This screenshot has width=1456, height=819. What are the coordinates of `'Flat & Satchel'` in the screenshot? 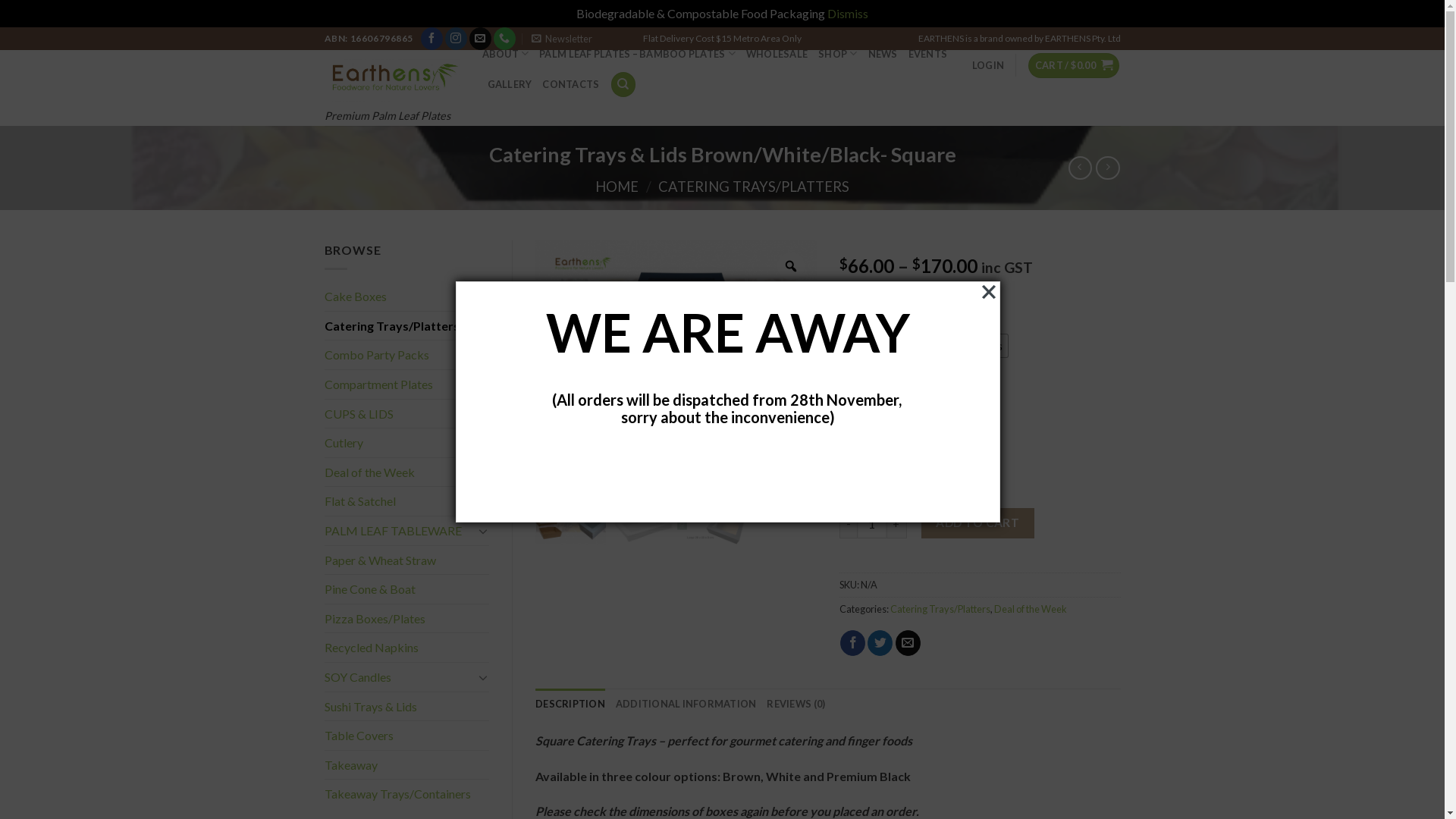 It's located at (407, 500).